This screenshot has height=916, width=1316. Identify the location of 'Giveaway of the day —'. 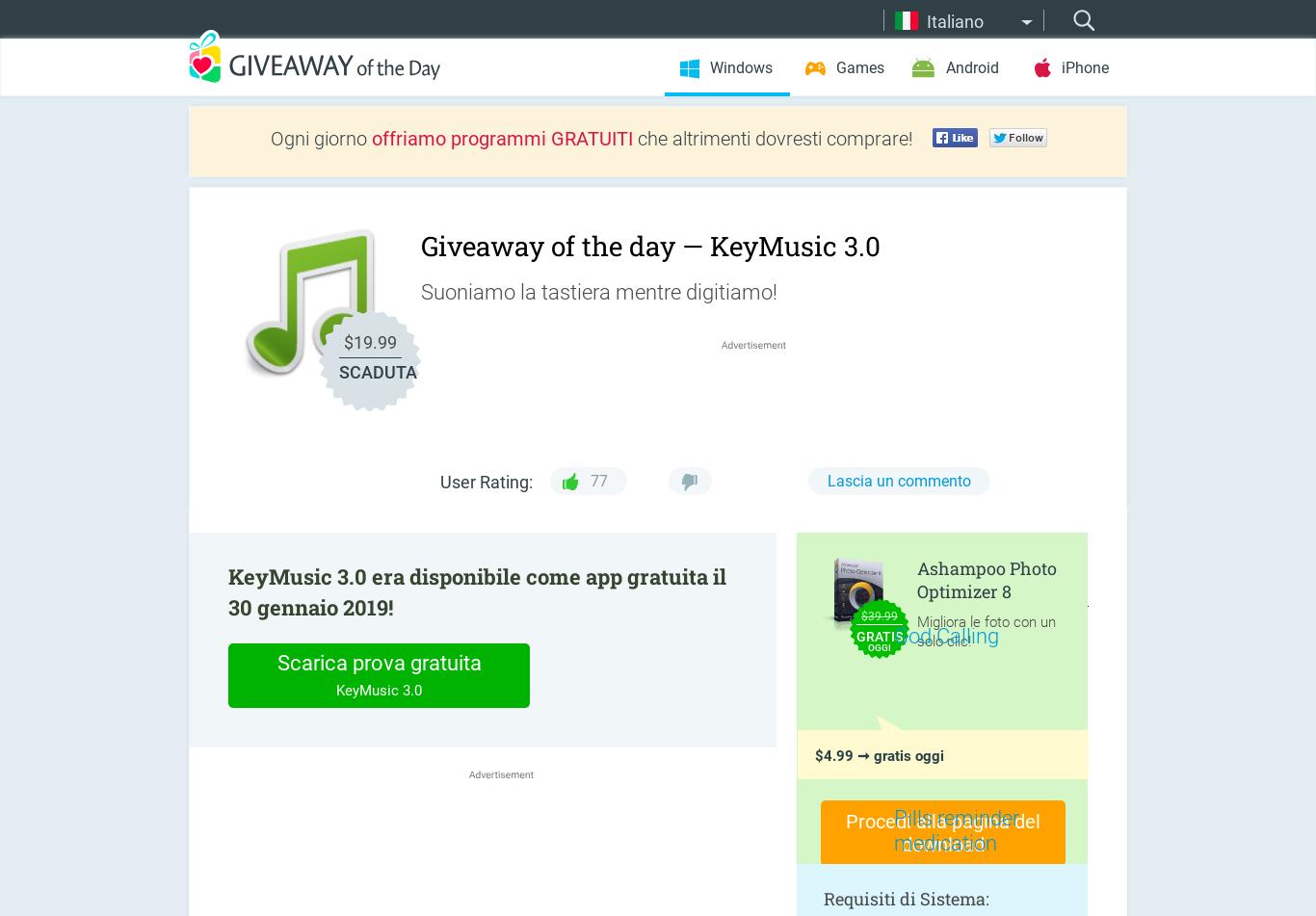
(419, 246).